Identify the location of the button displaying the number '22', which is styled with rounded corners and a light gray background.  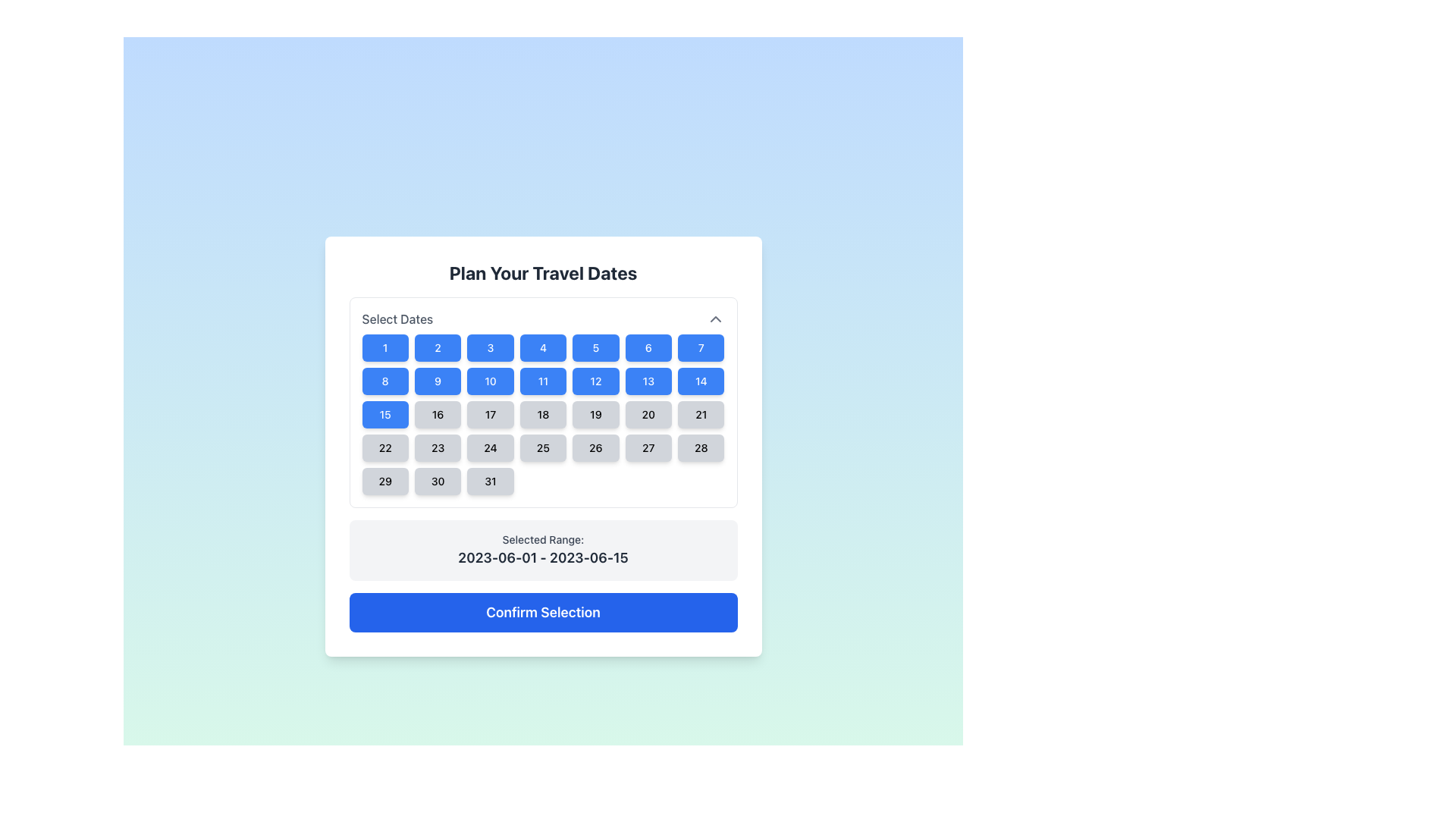
(385, 447).